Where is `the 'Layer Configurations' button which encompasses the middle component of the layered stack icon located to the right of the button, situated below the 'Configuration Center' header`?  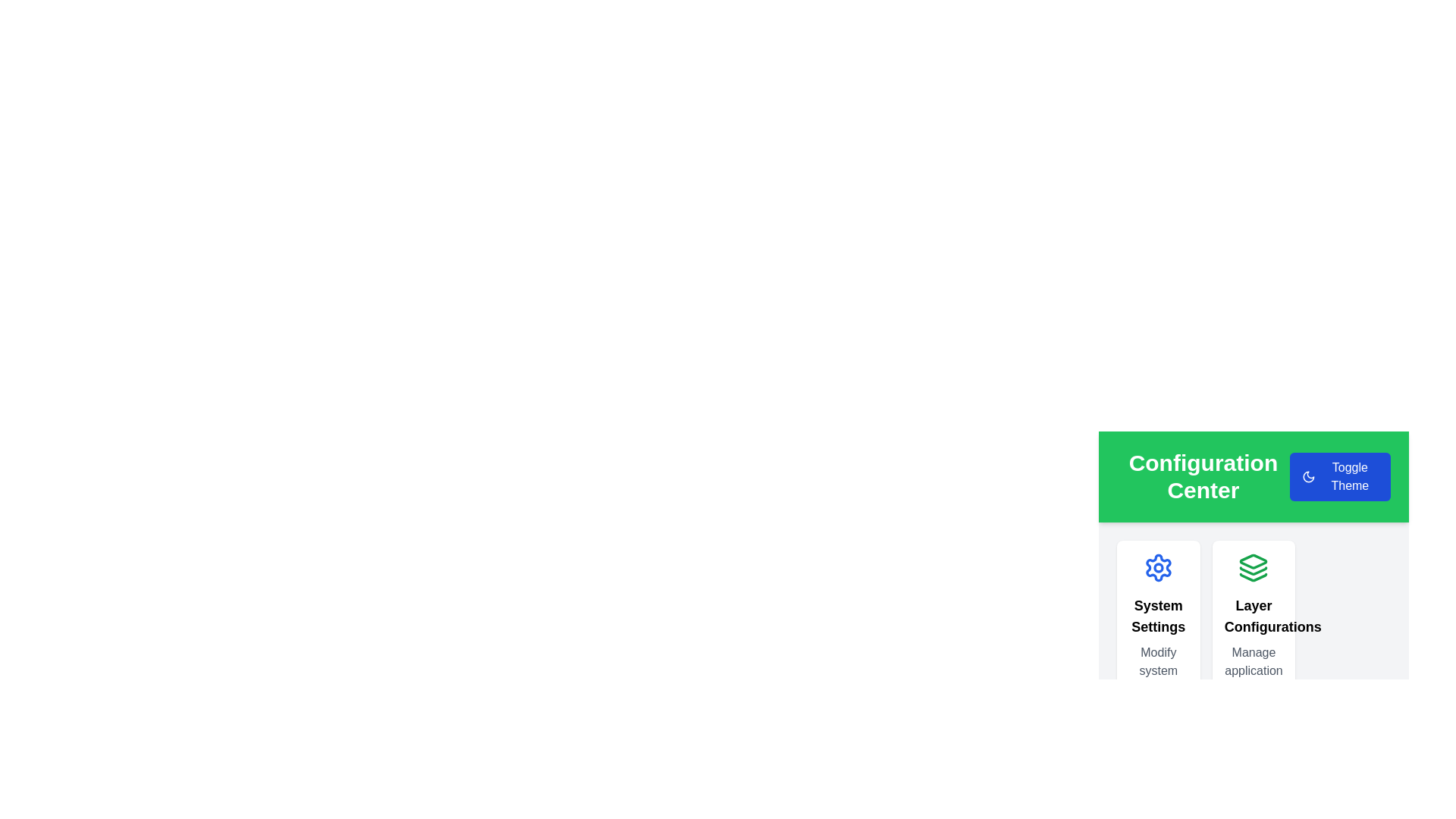
the 'Layer Configurations' button which encompasses the middle component of the layered stack icon located to the right of the button, situated below the 'Configuration Center' header is located at coordinates (1254, 571).